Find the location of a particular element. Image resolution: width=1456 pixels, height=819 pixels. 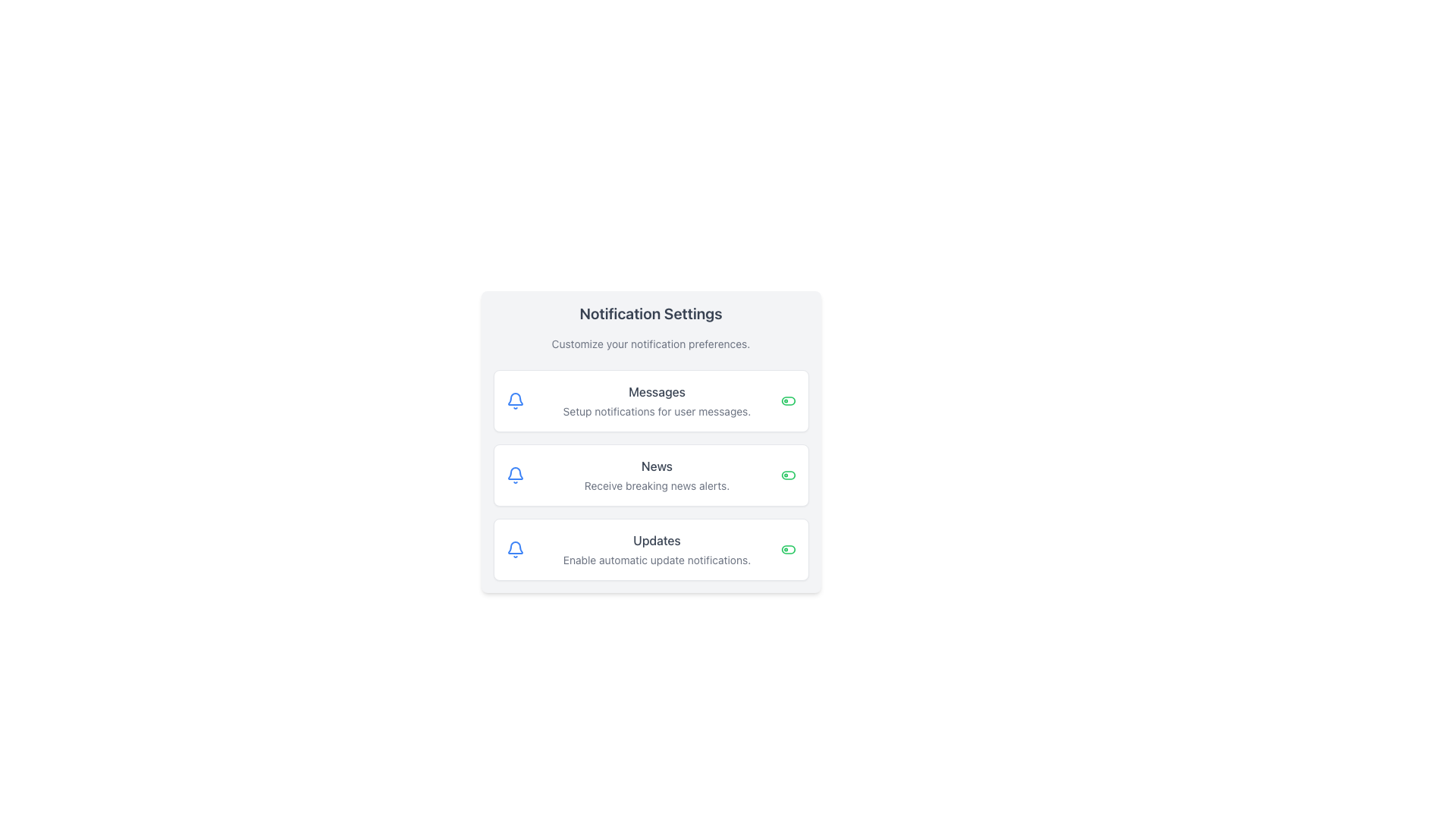

the toggle in the second section of the Card for notification management controls is located at coordinates (651, 475).